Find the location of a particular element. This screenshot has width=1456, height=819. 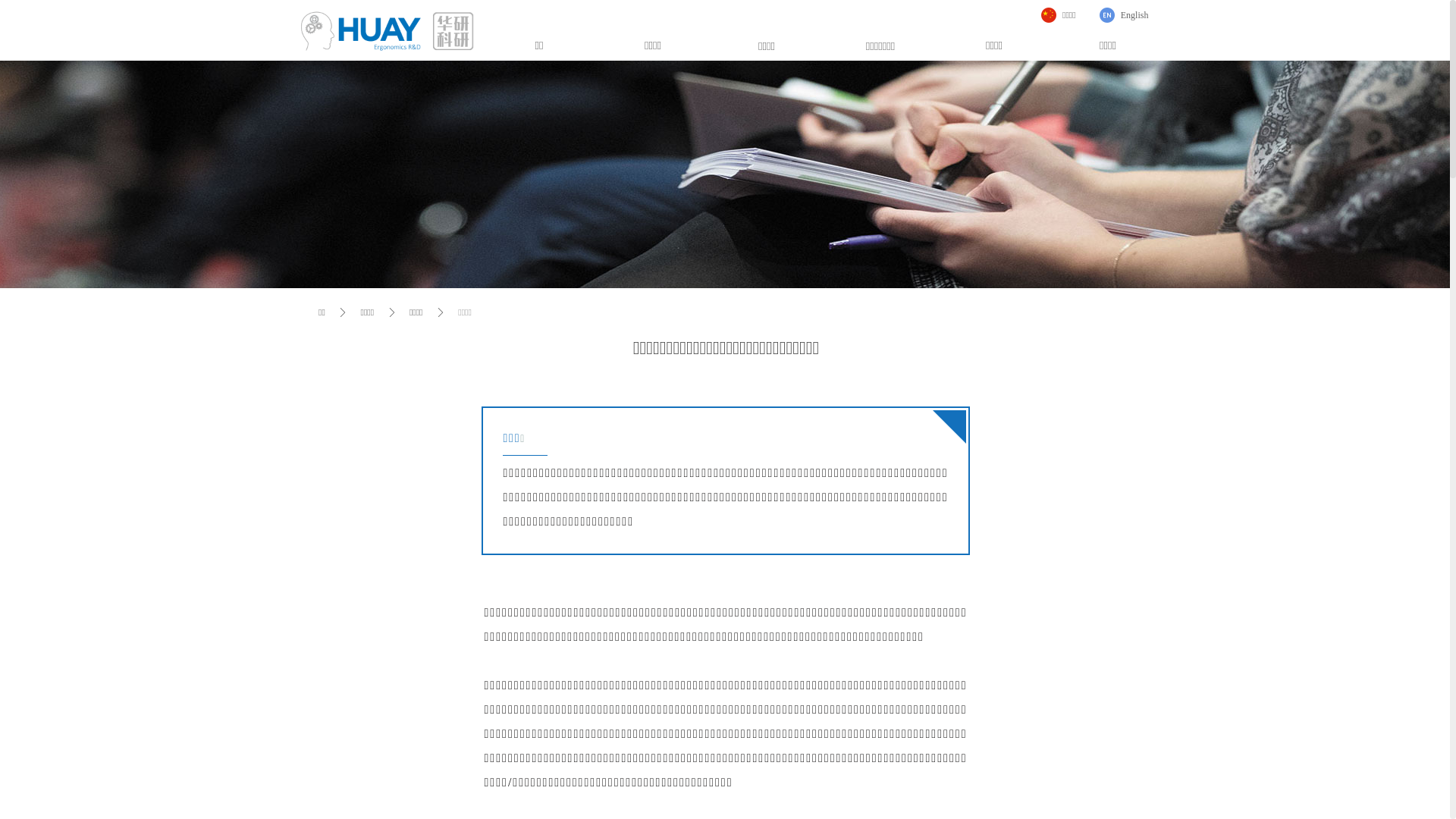

'English' is located at coordinates (1124, 14).